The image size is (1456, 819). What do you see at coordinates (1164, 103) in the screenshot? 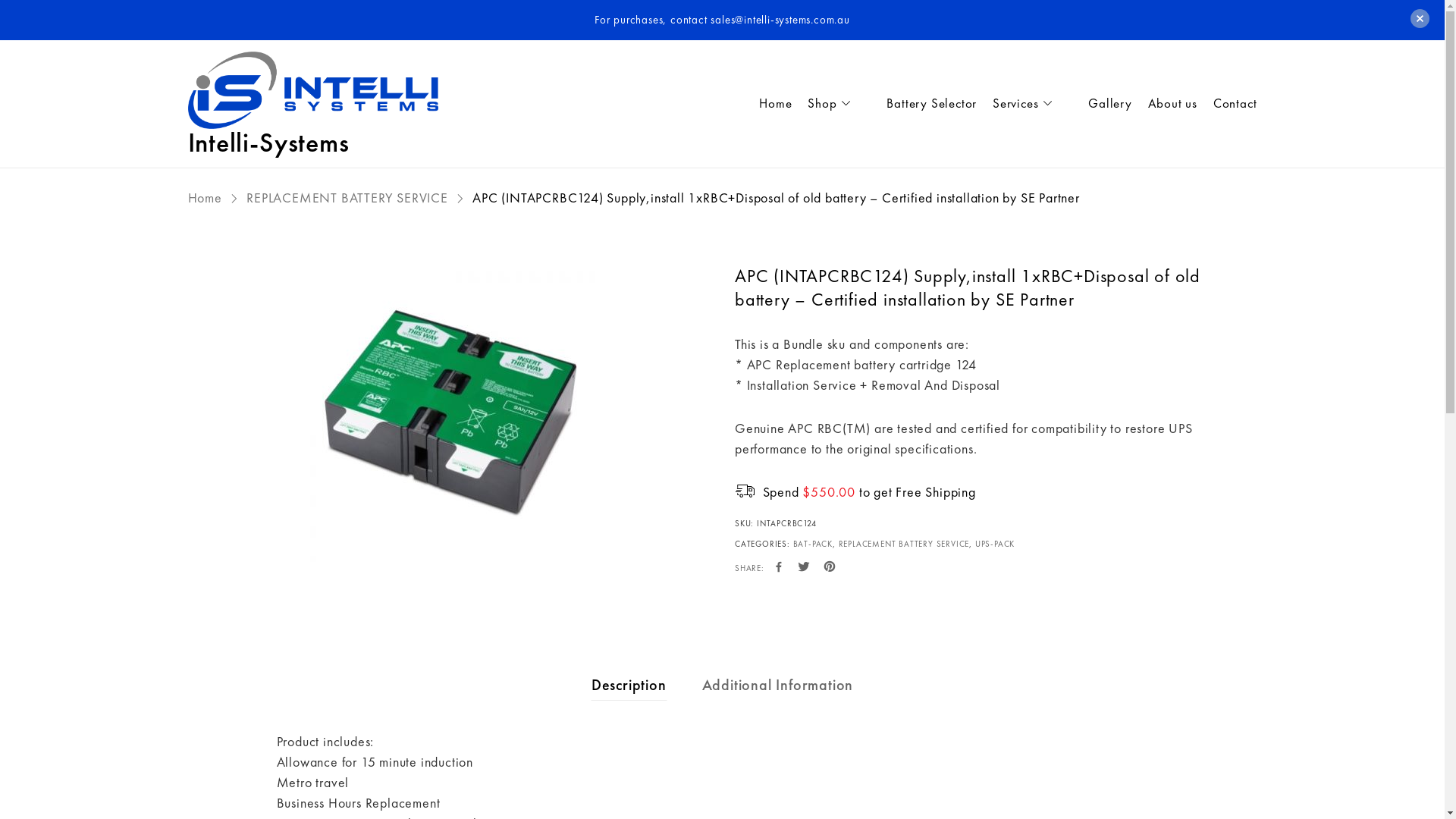
I see `'About us'` at bounding box center [1164, 103].